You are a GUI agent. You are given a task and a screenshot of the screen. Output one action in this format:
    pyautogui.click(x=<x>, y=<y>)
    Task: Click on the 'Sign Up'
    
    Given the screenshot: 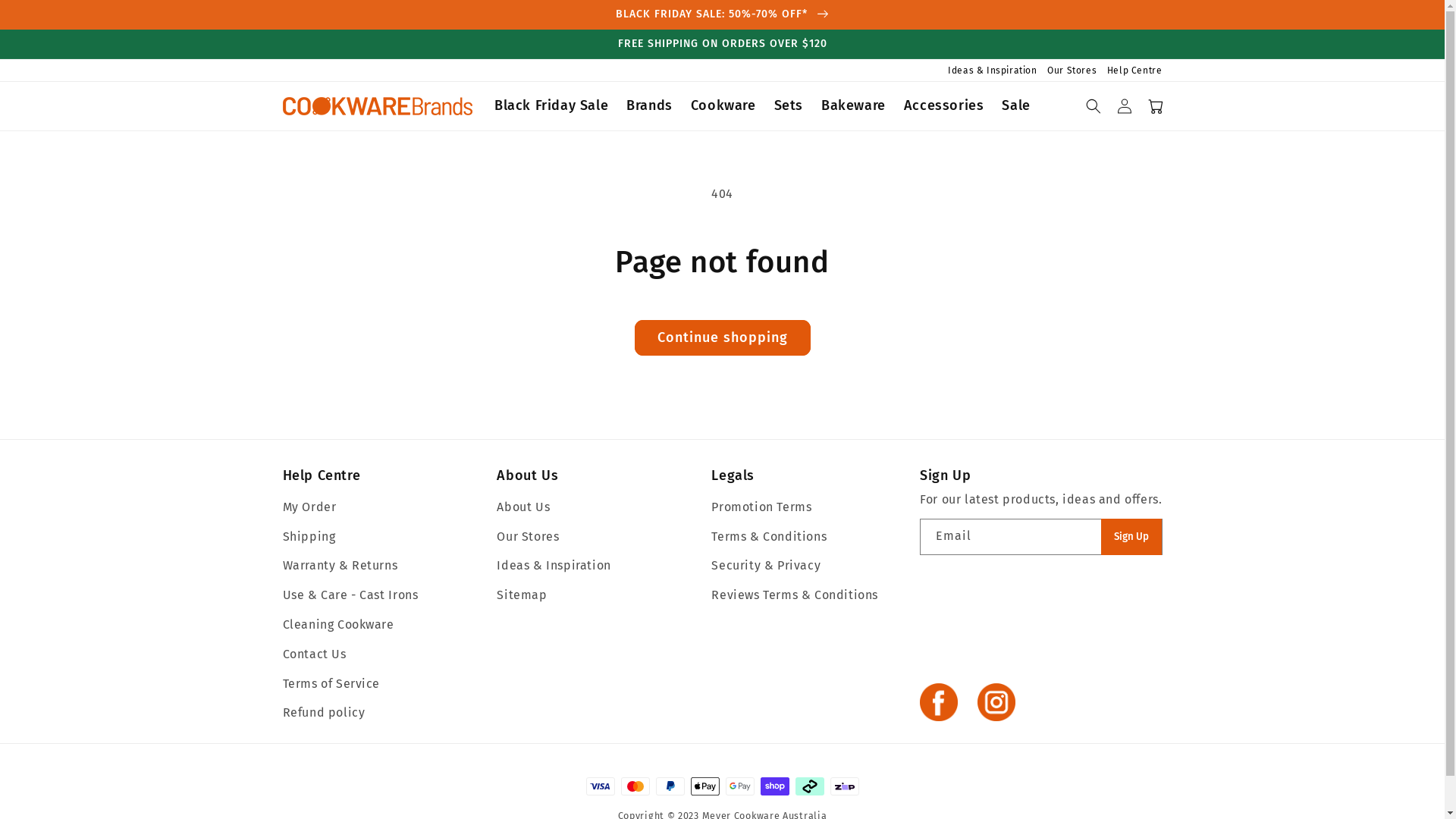 What is the action you would take?
    pyautogui.click(x=1131, y=536)
    